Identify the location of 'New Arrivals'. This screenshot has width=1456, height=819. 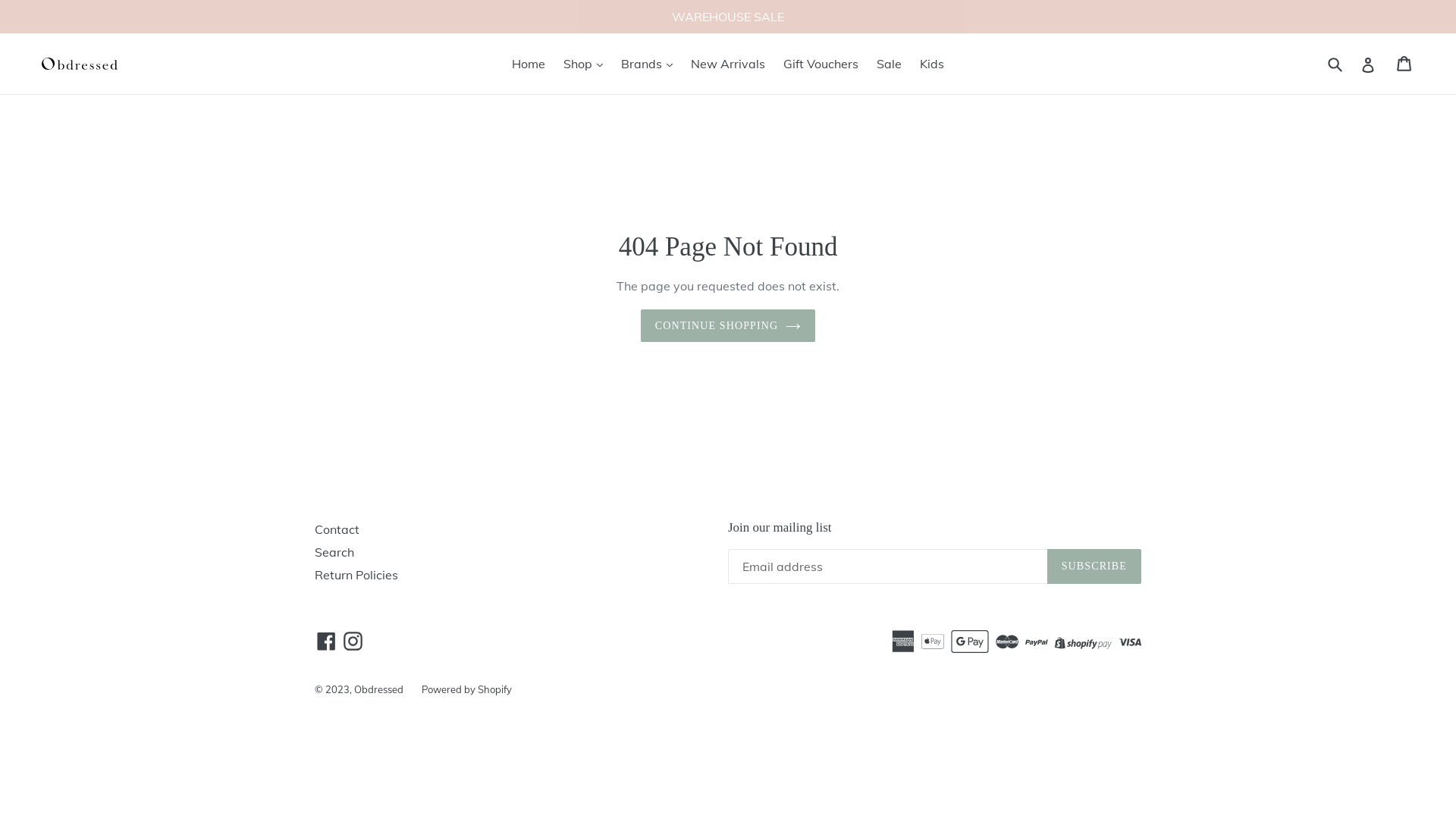
(728, 63).